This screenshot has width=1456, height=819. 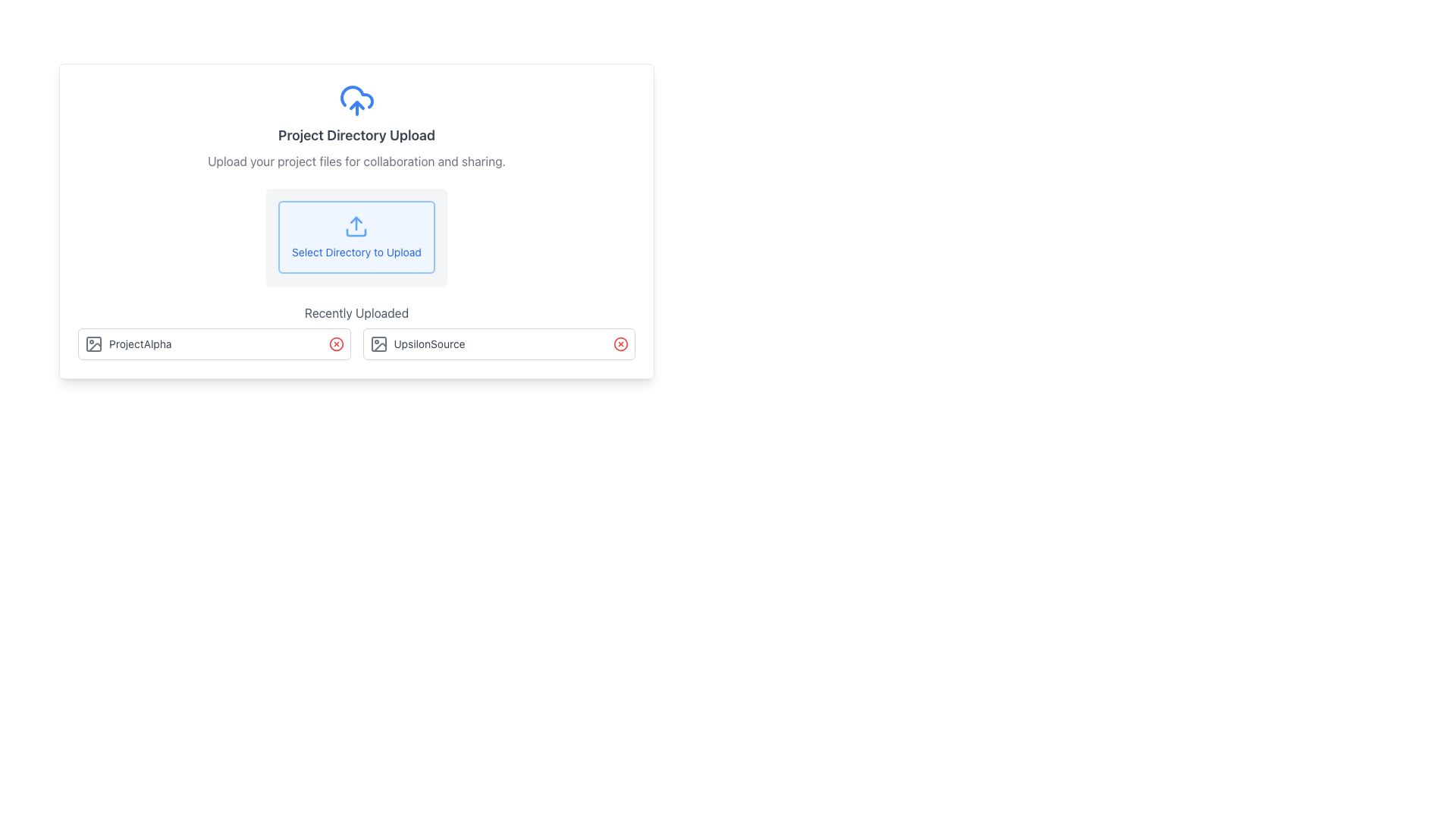 I want to click on the graphical representation within the image-related icon in the 'UpsilonSource' entry's icon column located in the recently uploaded files section, so click(x=378, y=344).